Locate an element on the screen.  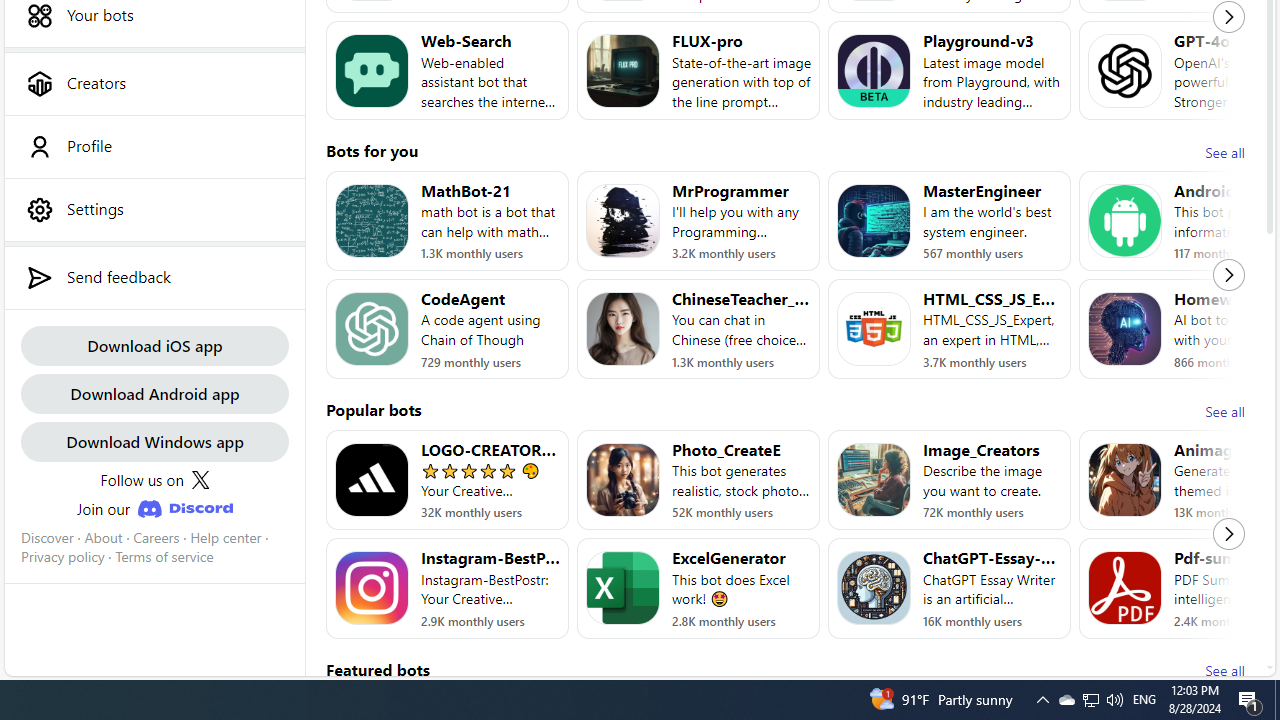
'Bot image for Pdf-summarizer-64K' is located at coordinates (1125, 587).